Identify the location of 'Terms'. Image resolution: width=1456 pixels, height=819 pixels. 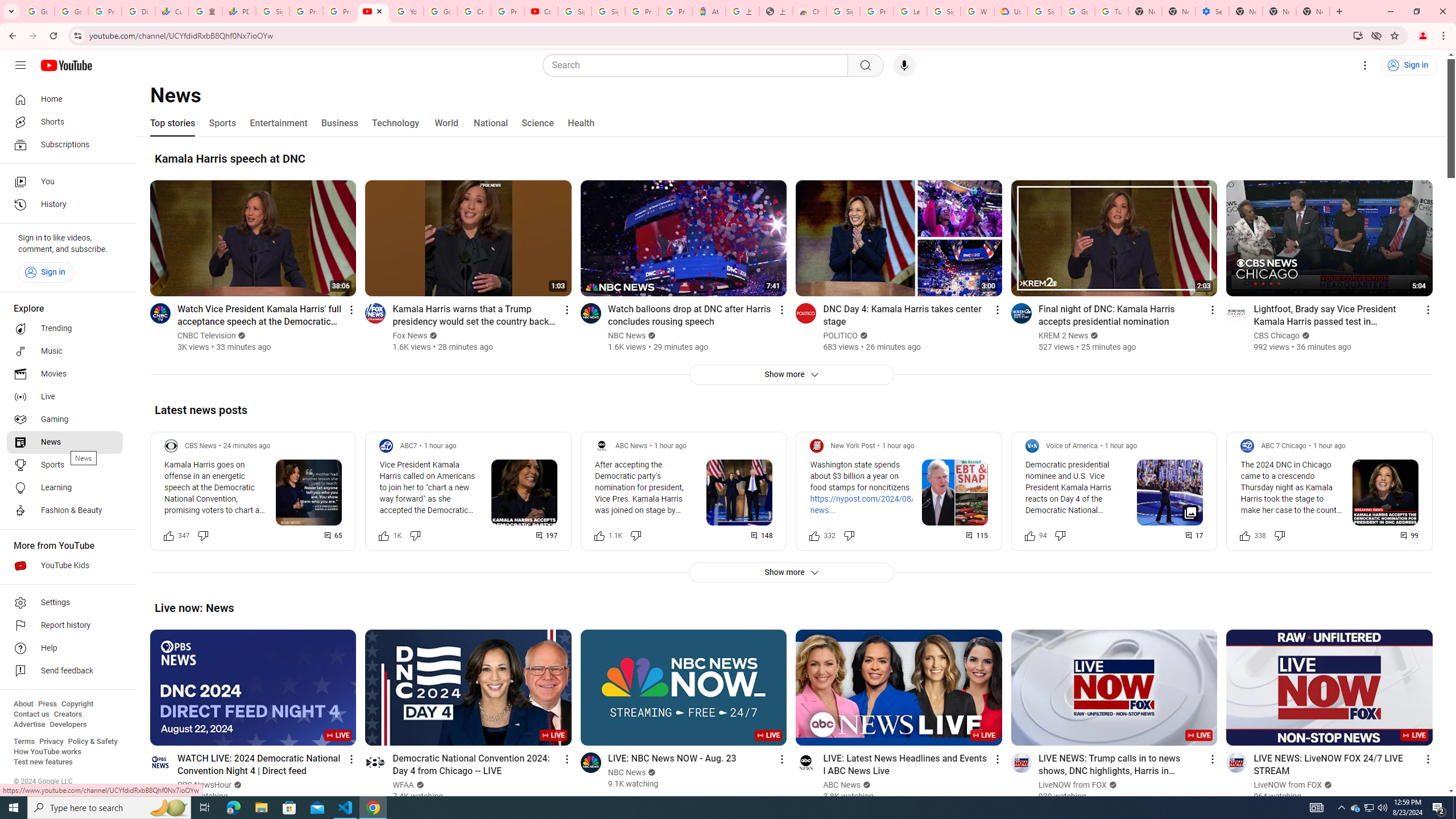
(23, 741).